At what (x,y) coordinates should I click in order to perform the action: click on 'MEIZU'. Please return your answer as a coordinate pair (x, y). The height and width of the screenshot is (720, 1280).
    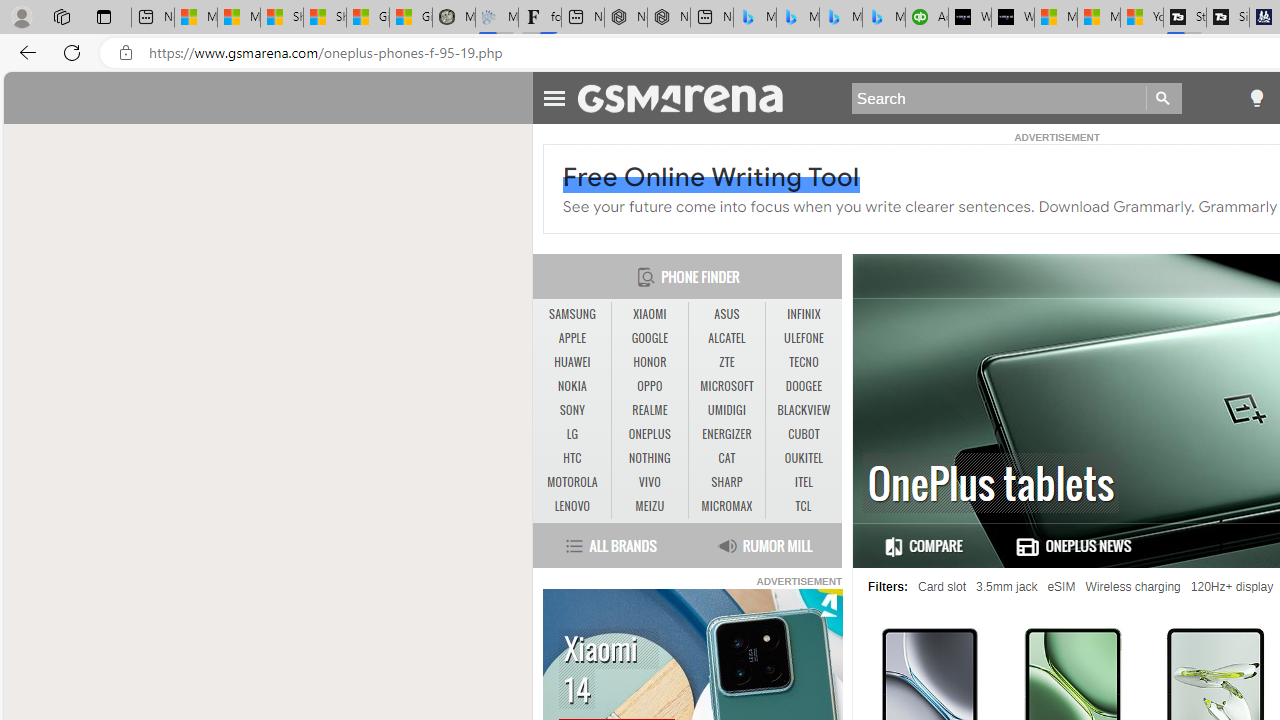
    Looking at the image, I should click on (650, 505).